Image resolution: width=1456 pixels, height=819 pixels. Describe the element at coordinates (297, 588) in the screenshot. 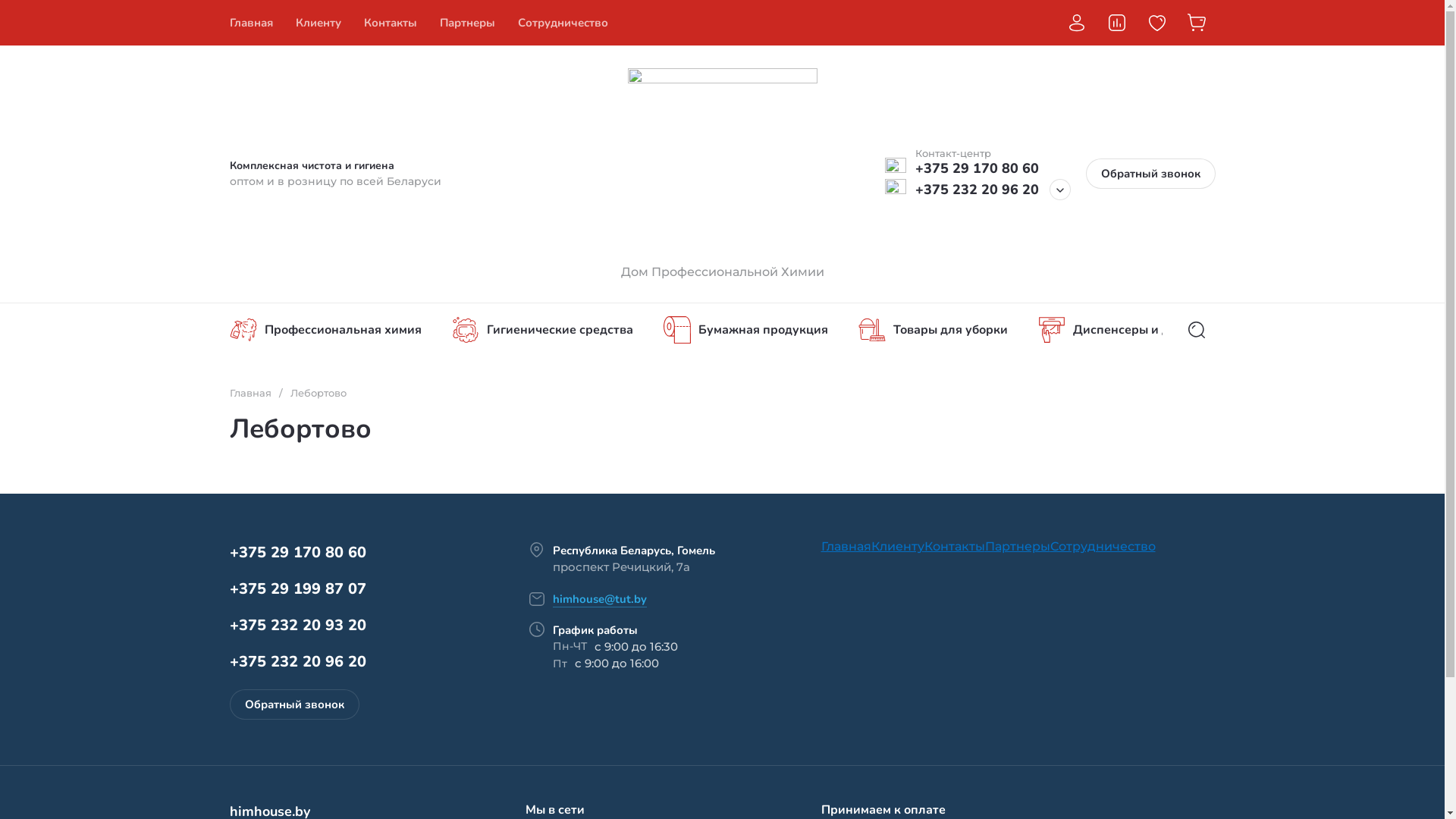

I see `'+375 29 199 87 07'` at that location.